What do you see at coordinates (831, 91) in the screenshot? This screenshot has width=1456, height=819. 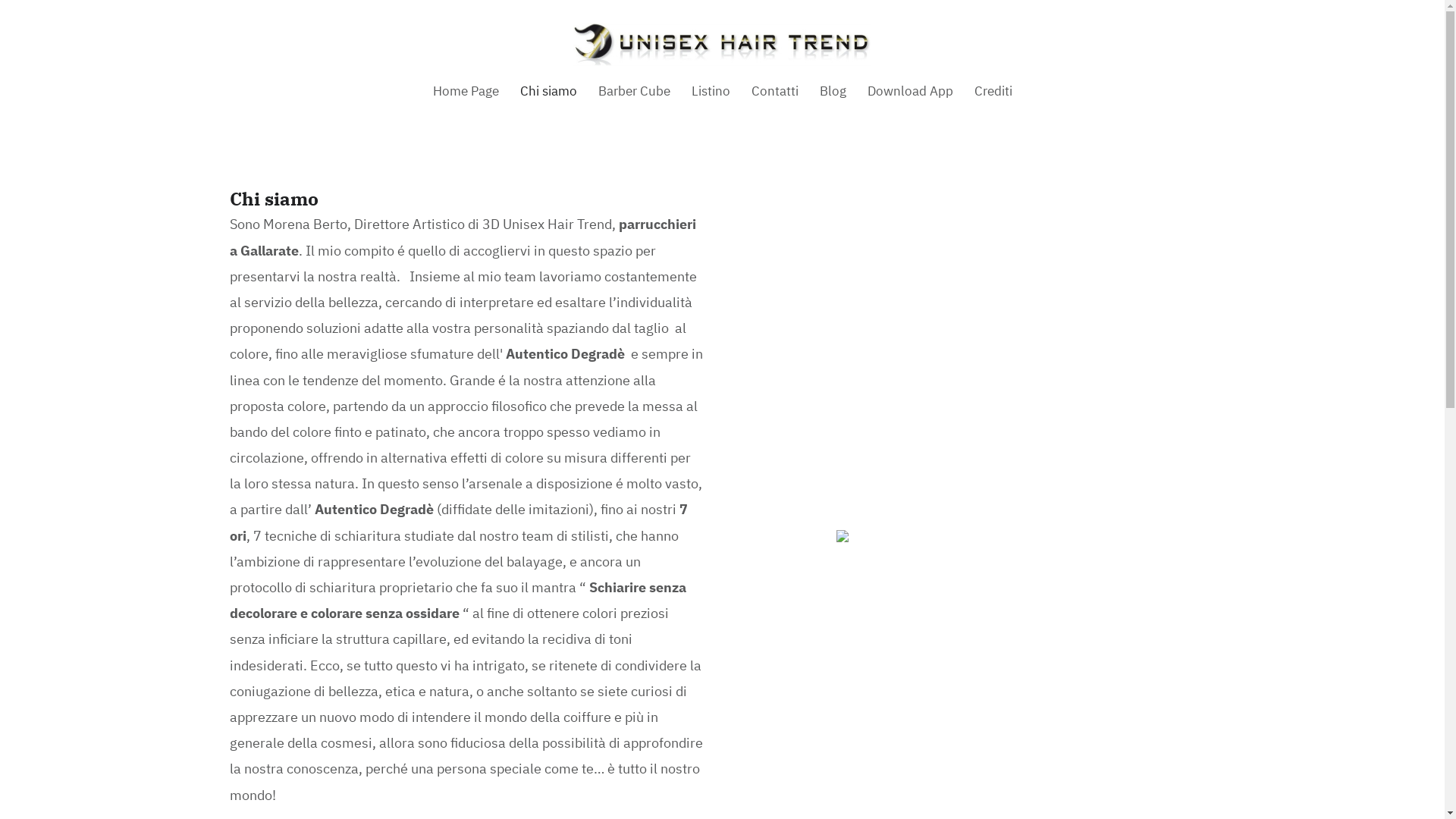 I see `'Blog'` at bounding box center [831, 91].